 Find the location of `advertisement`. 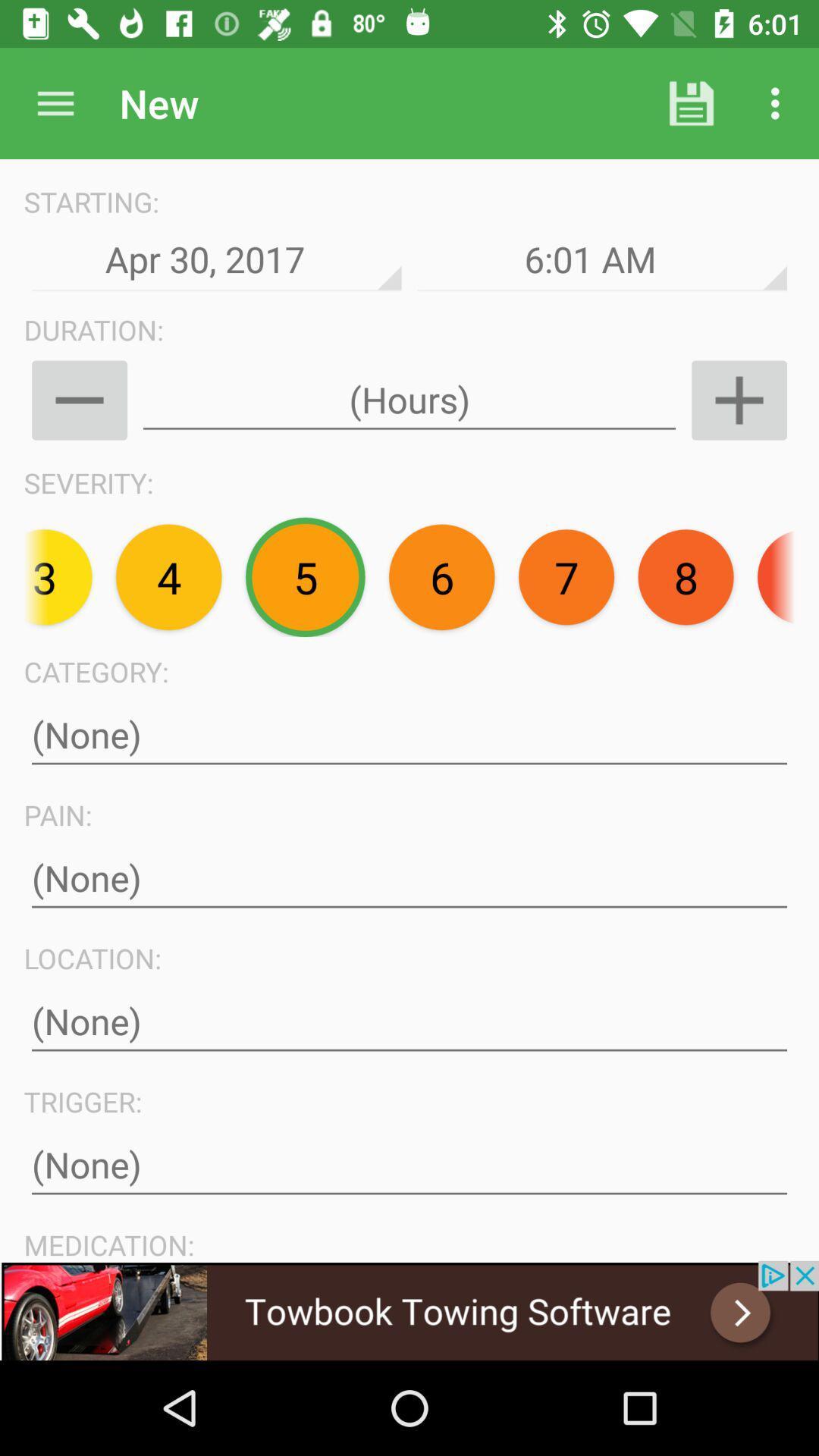

advertisement is located at coordinates (409, 1310).